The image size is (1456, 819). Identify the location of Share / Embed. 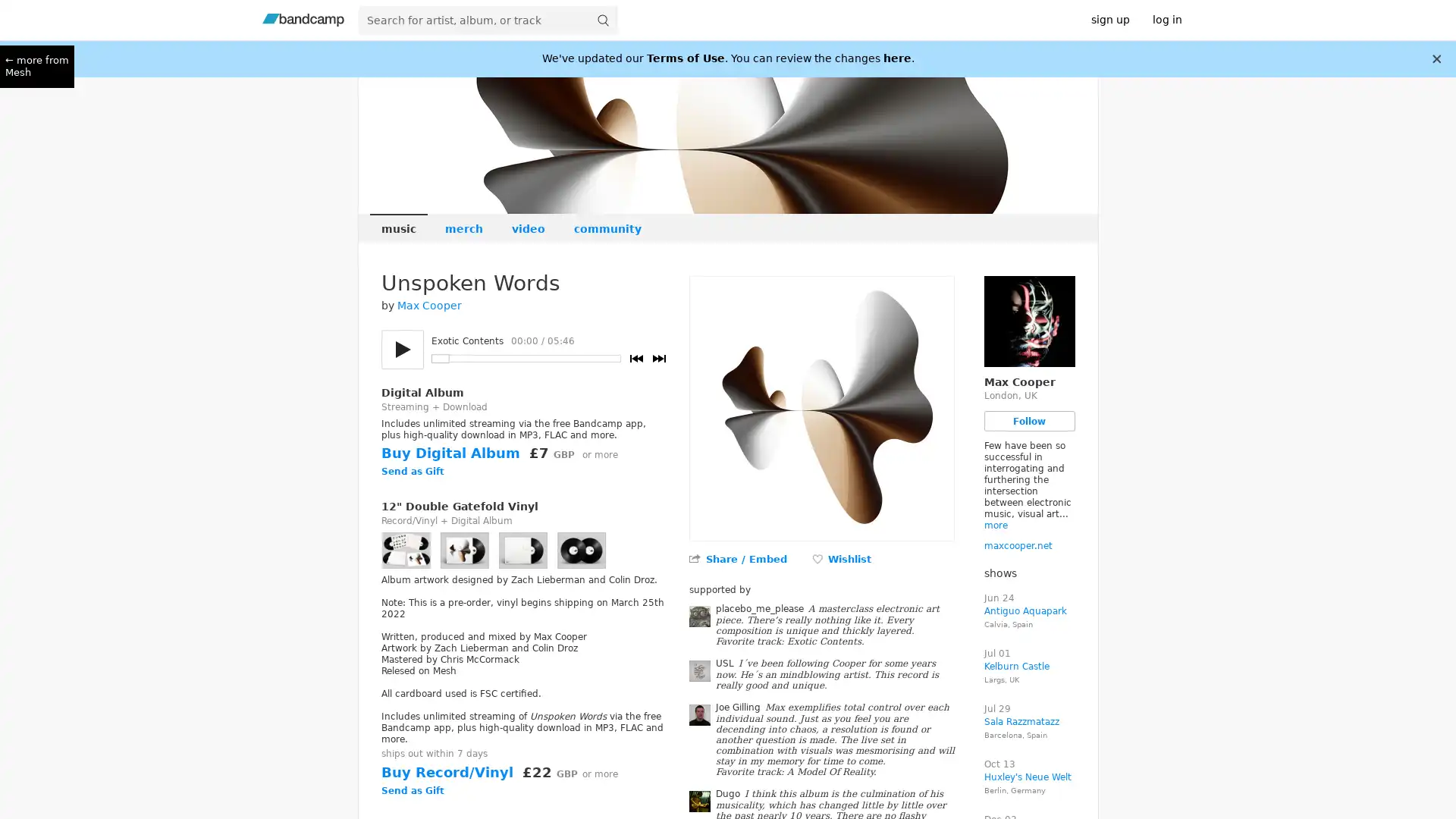
(745, 559).